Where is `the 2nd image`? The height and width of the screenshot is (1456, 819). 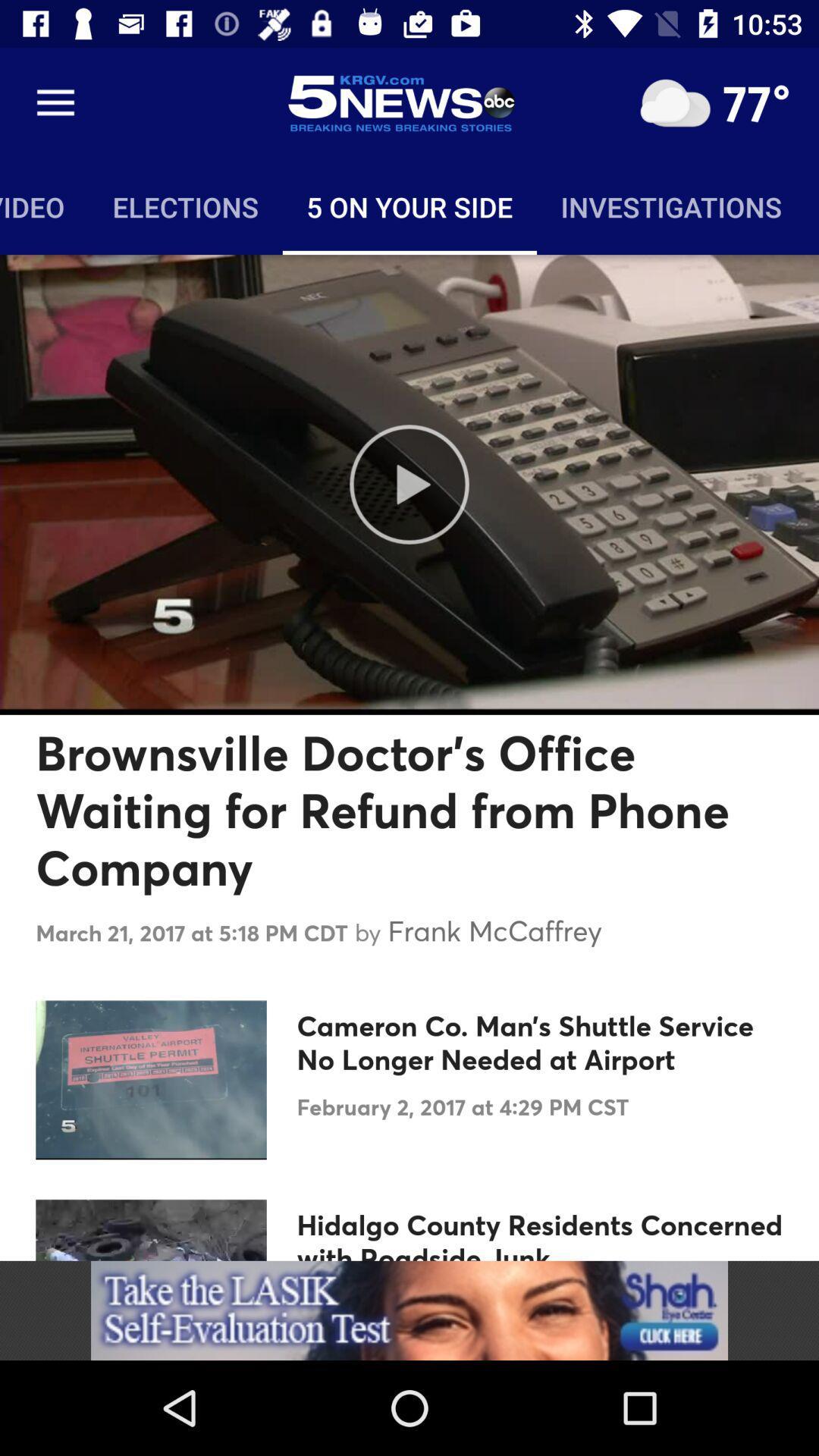
the 2nd image is located at coordinates (151, 1079).